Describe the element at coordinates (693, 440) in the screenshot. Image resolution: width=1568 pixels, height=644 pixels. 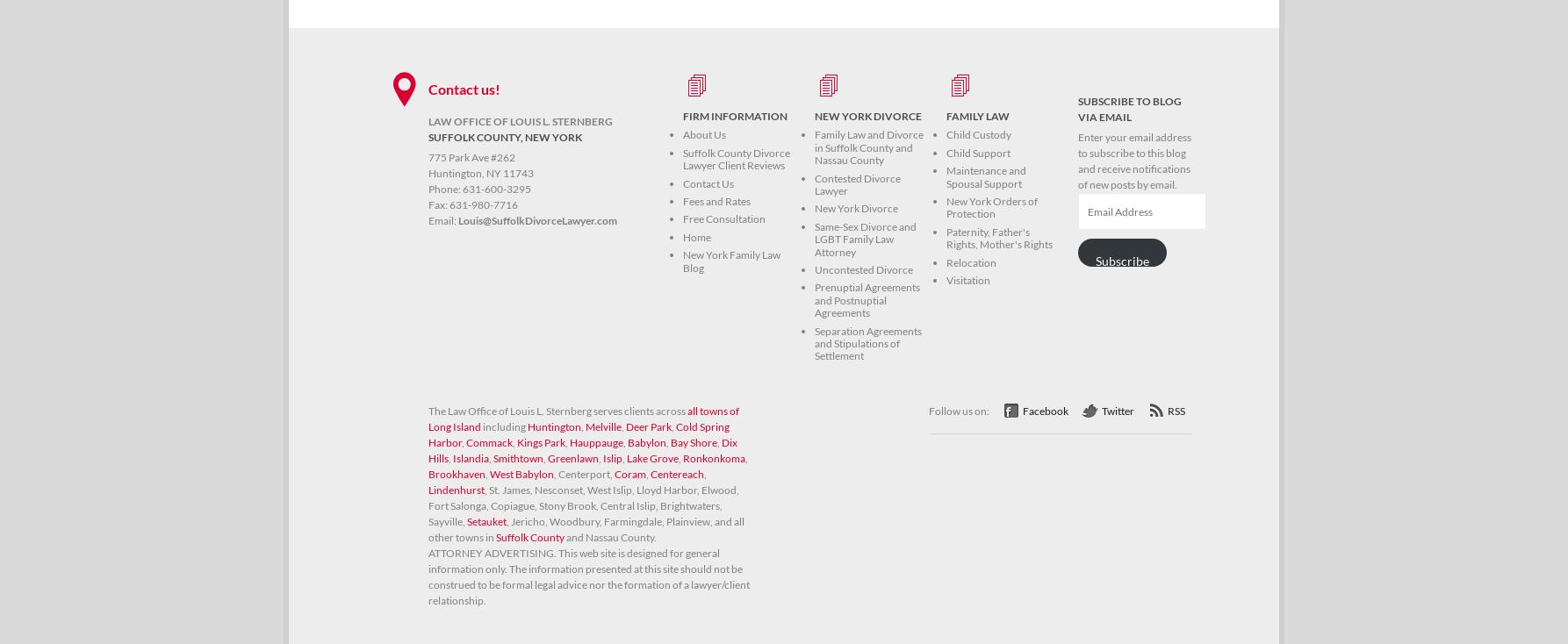
I see `'Bay Shore'` at that location.